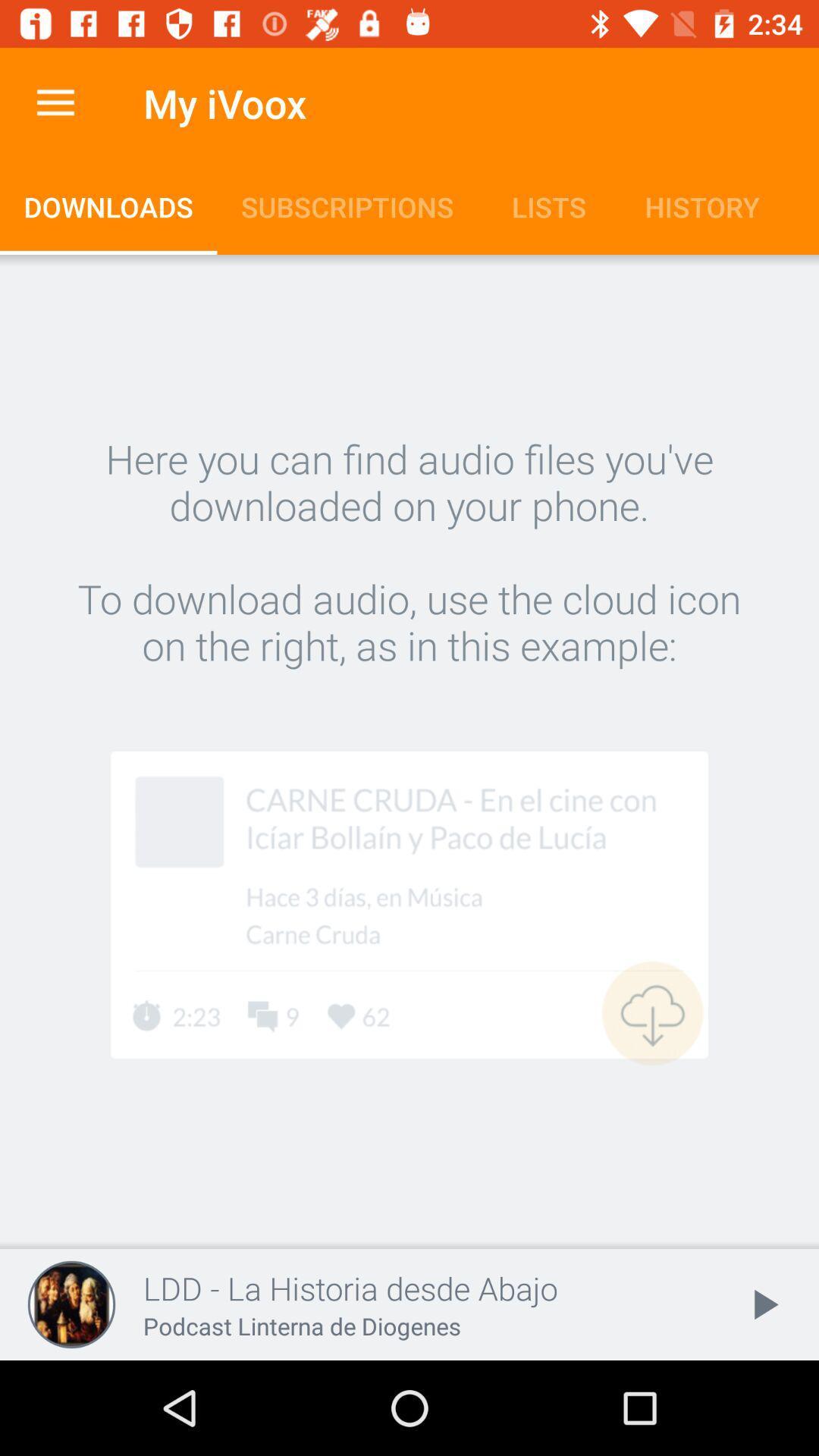 The width and height of the screenshot is (819, 1456). Describe the element at coordinates (763, 1304) in the screenshot. I see `the item next to ldd la historia` at that location.